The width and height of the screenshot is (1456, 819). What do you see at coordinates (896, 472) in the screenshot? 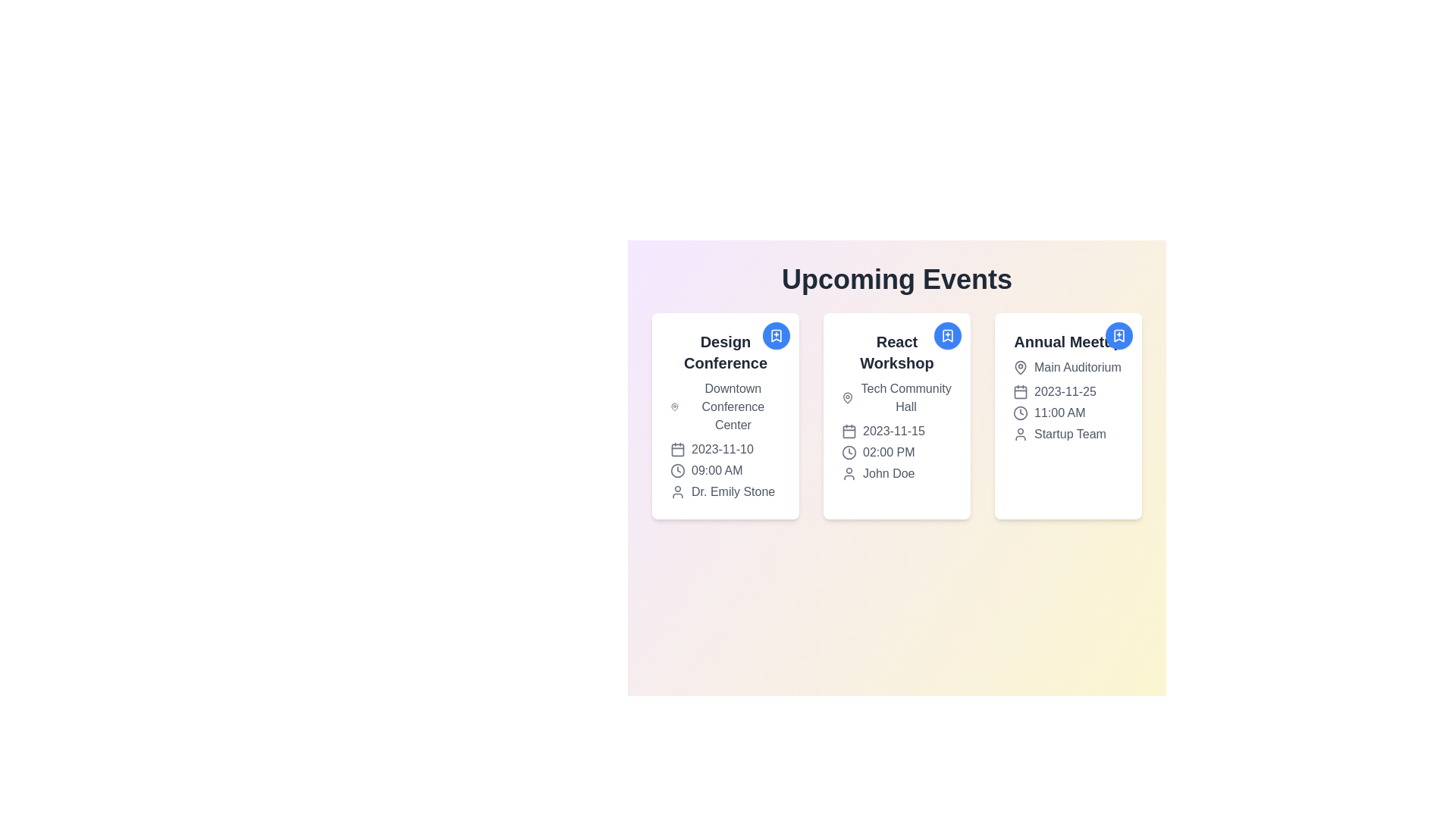
I see `the label displaying the name of the person associated with the 'React Workshop' event, located in the third row of the second card under the 'Upcoming Events' section, beneath '02:00 PM'` at bounding box center [896, 472].